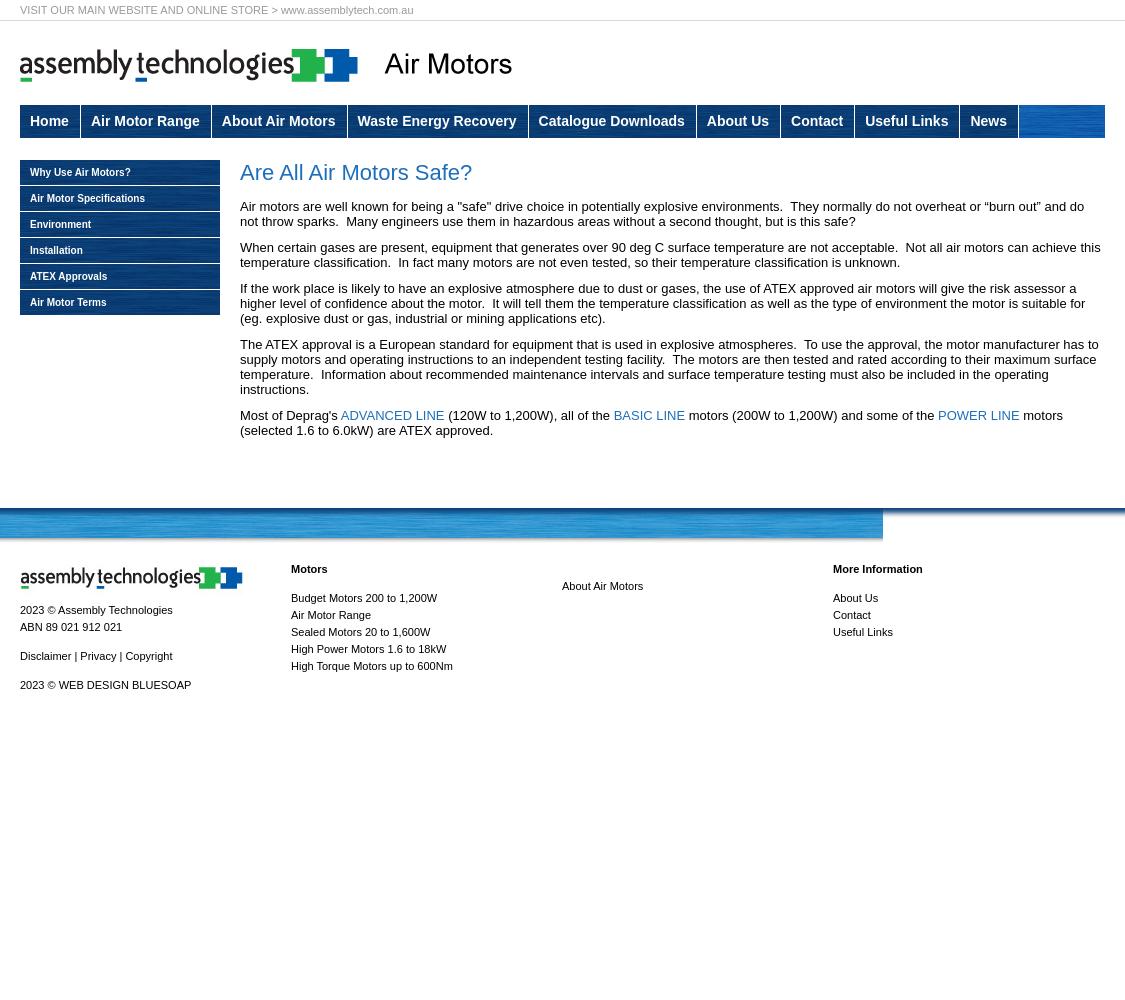  Describe the element at coordinates (96, 656) in the screenshot. I see `'Privacy'` at that location.